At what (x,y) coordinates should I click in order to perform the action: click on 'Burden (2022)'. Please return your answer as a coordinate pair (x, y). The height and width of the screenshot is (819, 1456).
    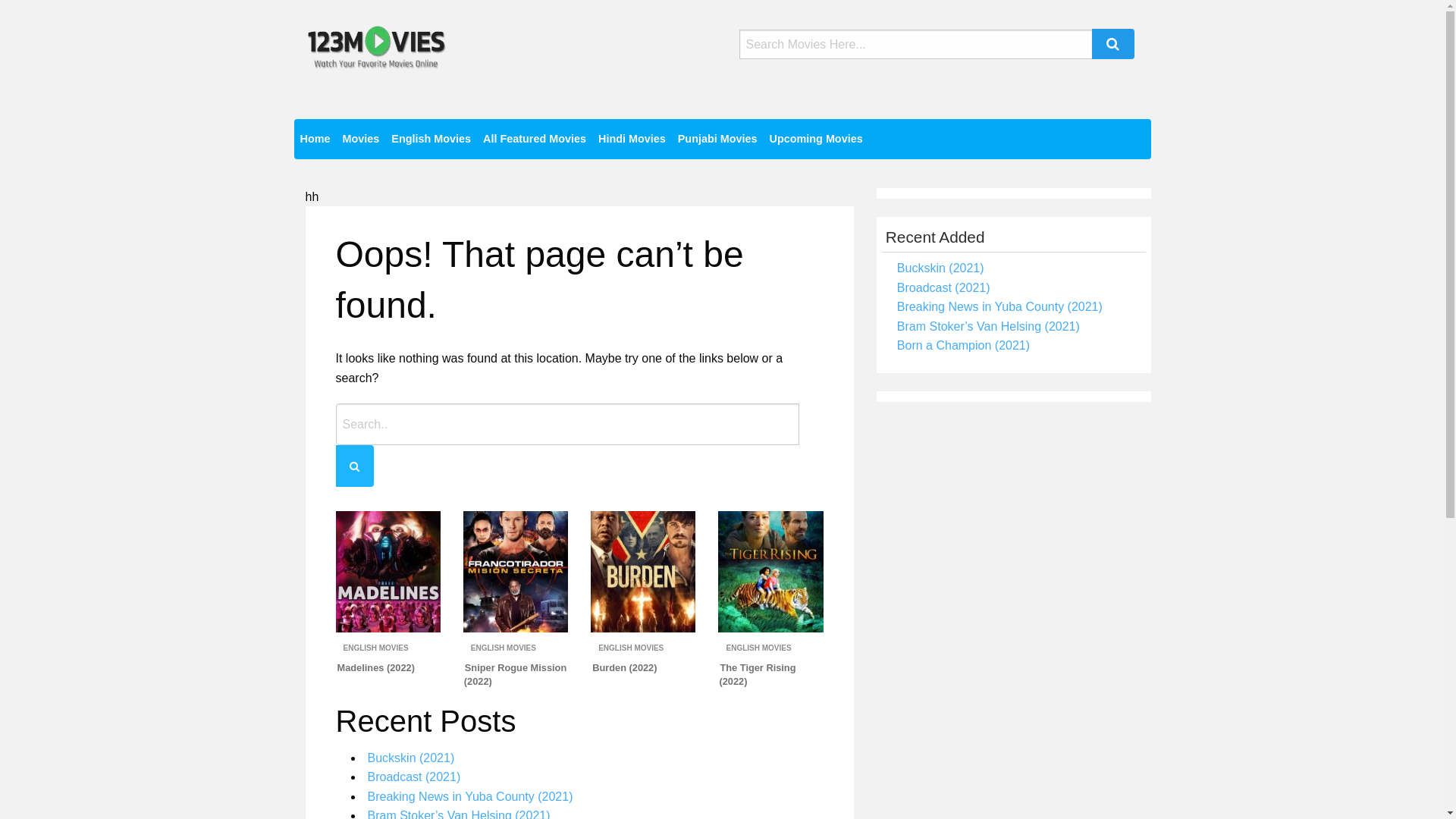
    Looking at the image, I should click on (624, 667).